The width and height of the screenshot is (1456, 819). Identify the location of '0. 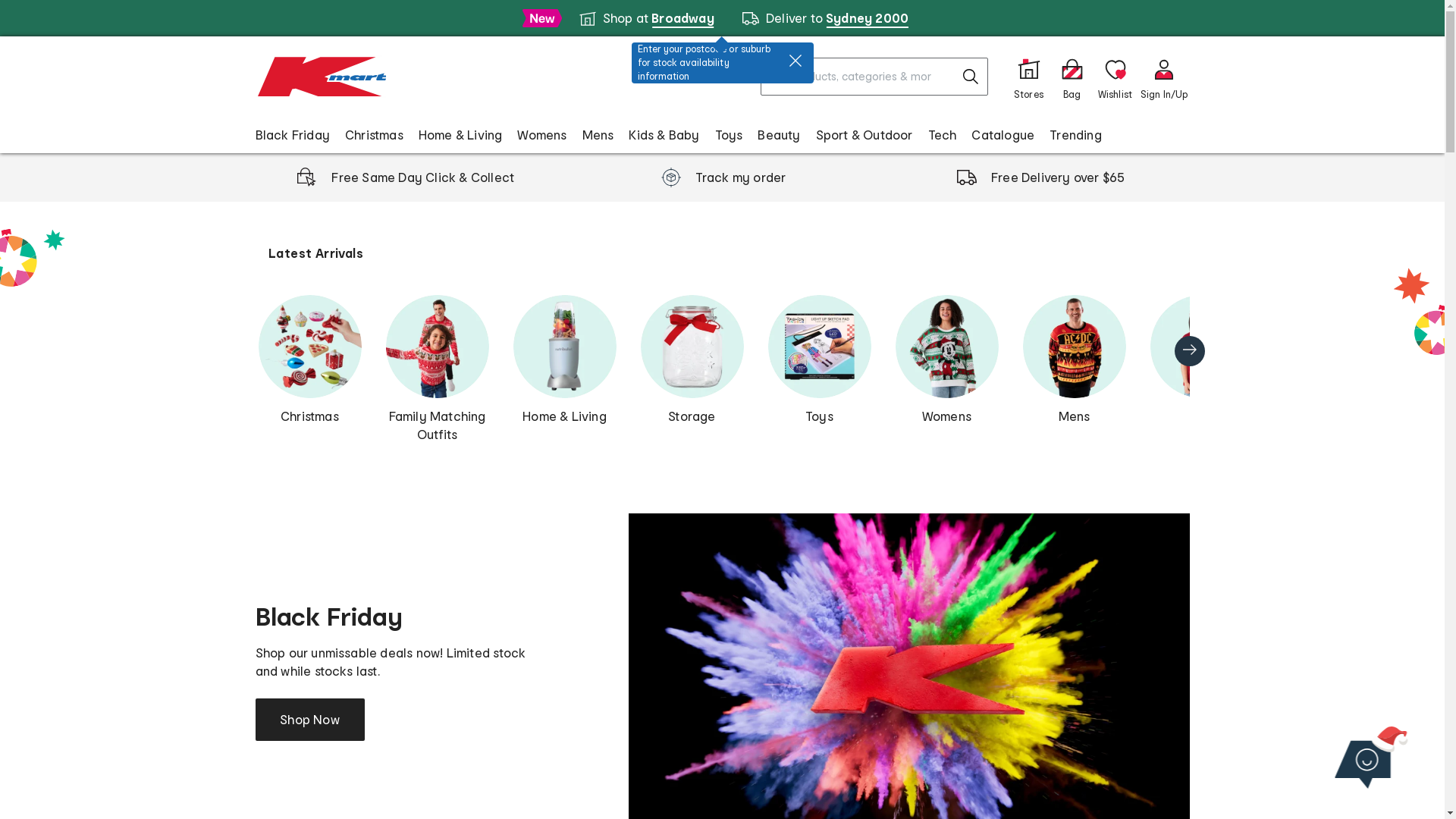
(1072, 76).